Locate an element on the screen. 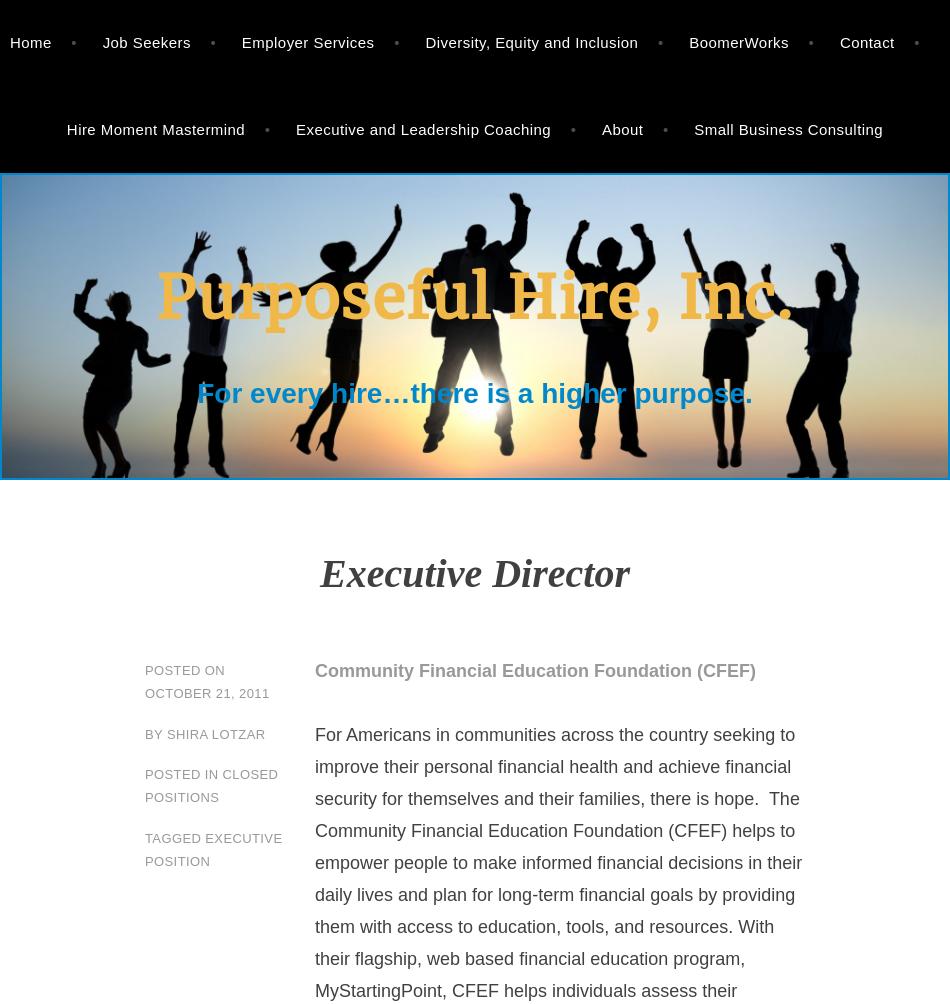 This screenshot has width=950, height=1004. 'Employer Services' is located at coordinates (306, 42).